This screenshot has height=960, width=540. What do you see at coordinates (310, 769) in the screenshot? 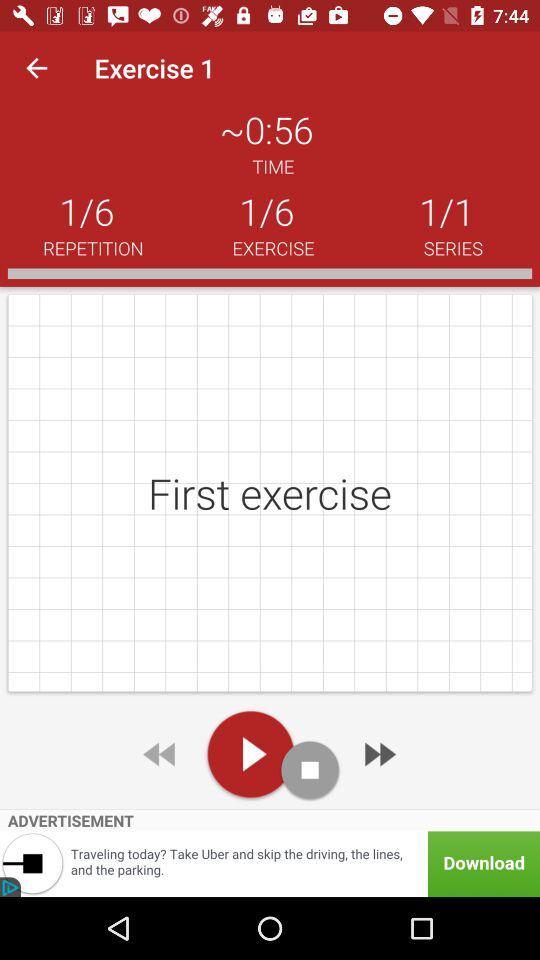
I see `the stop button` at bounding box center [310, 769].